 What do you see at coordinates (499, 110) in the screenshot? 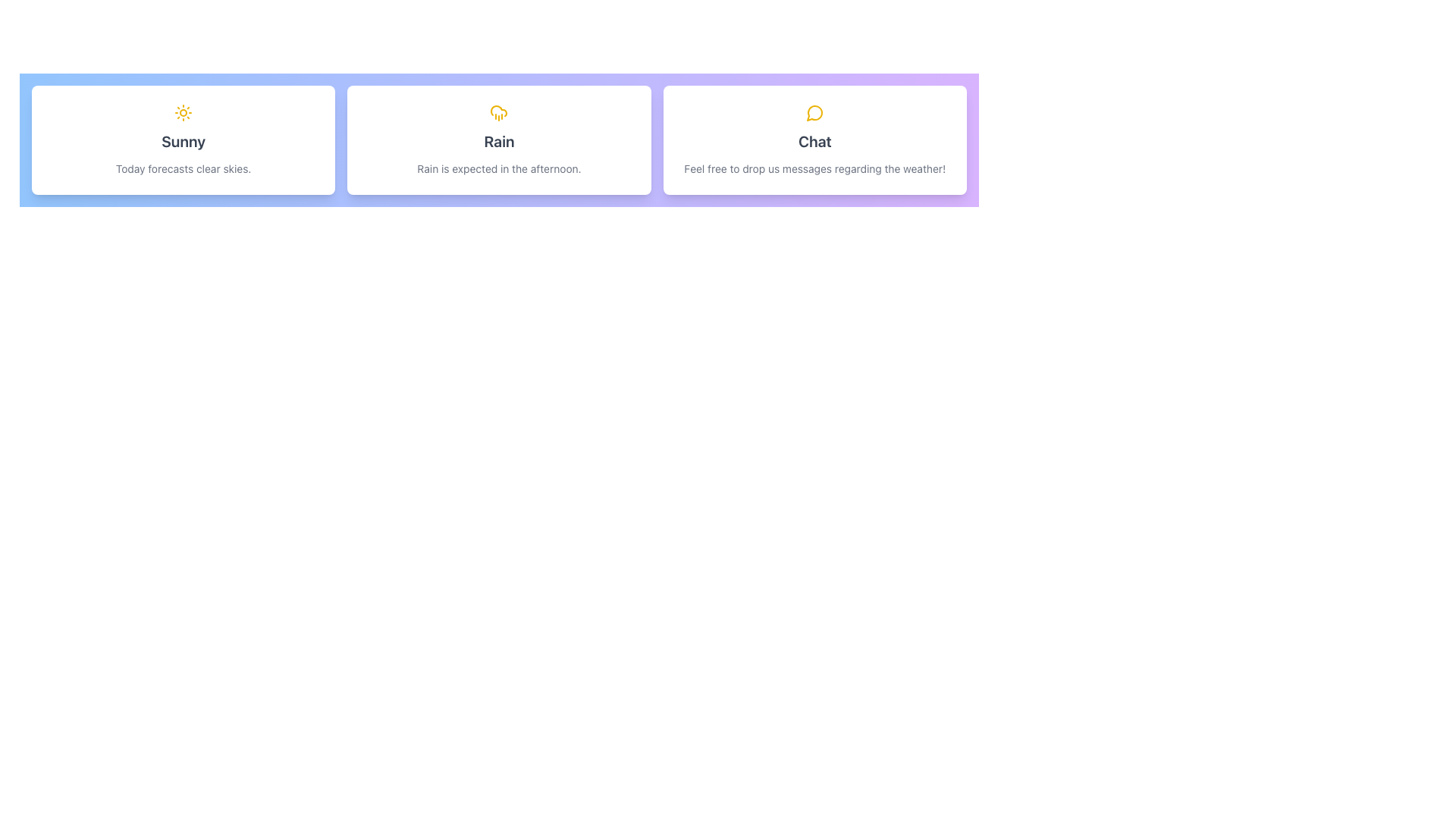
I see `the cloud with rainfall icon located in the second card labeled 'Rain' for accessibility tools` at bounding box center [499, 110].